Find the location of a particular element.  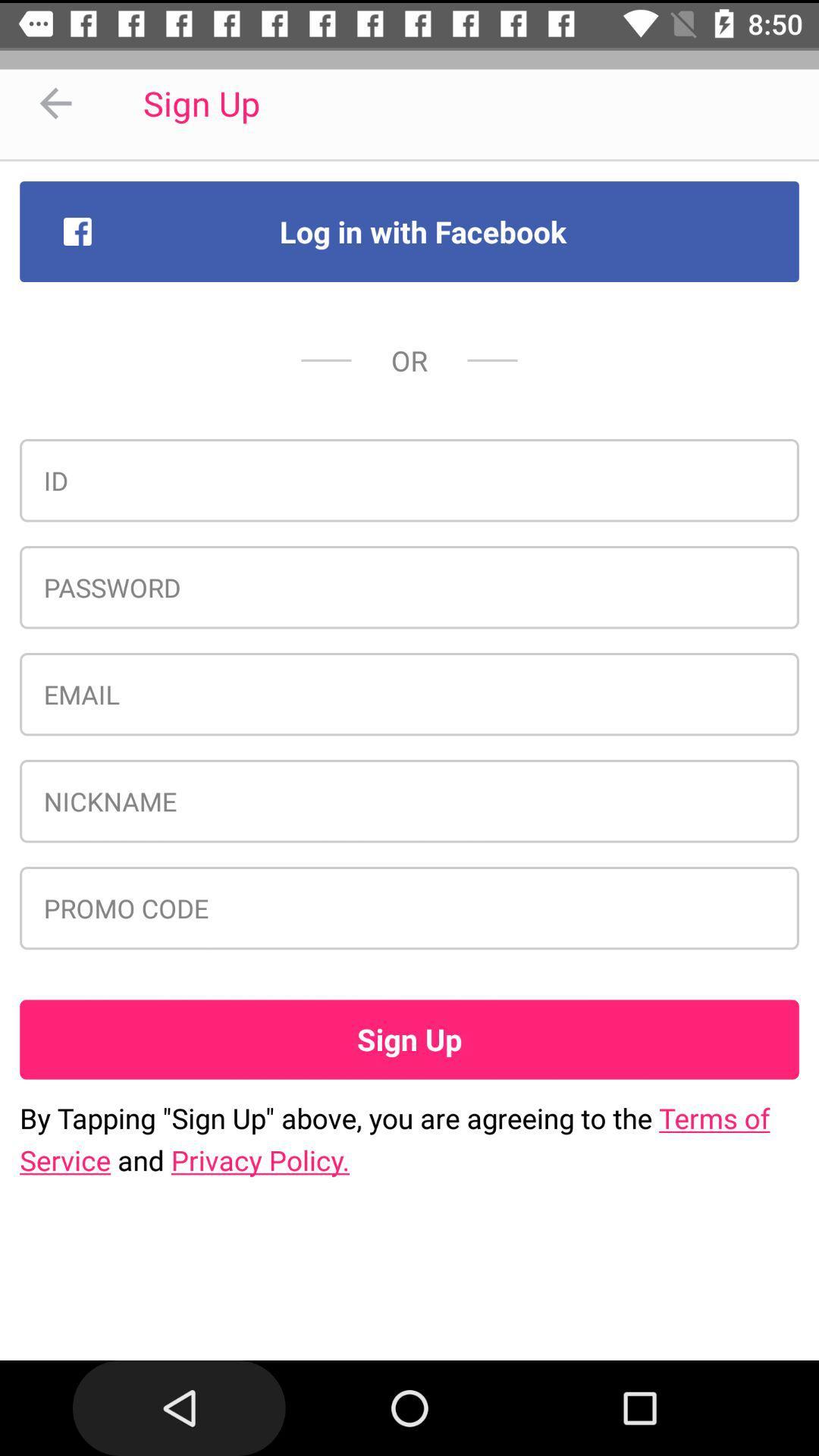

by tapping sign item is located at coordinates (409, 1139).